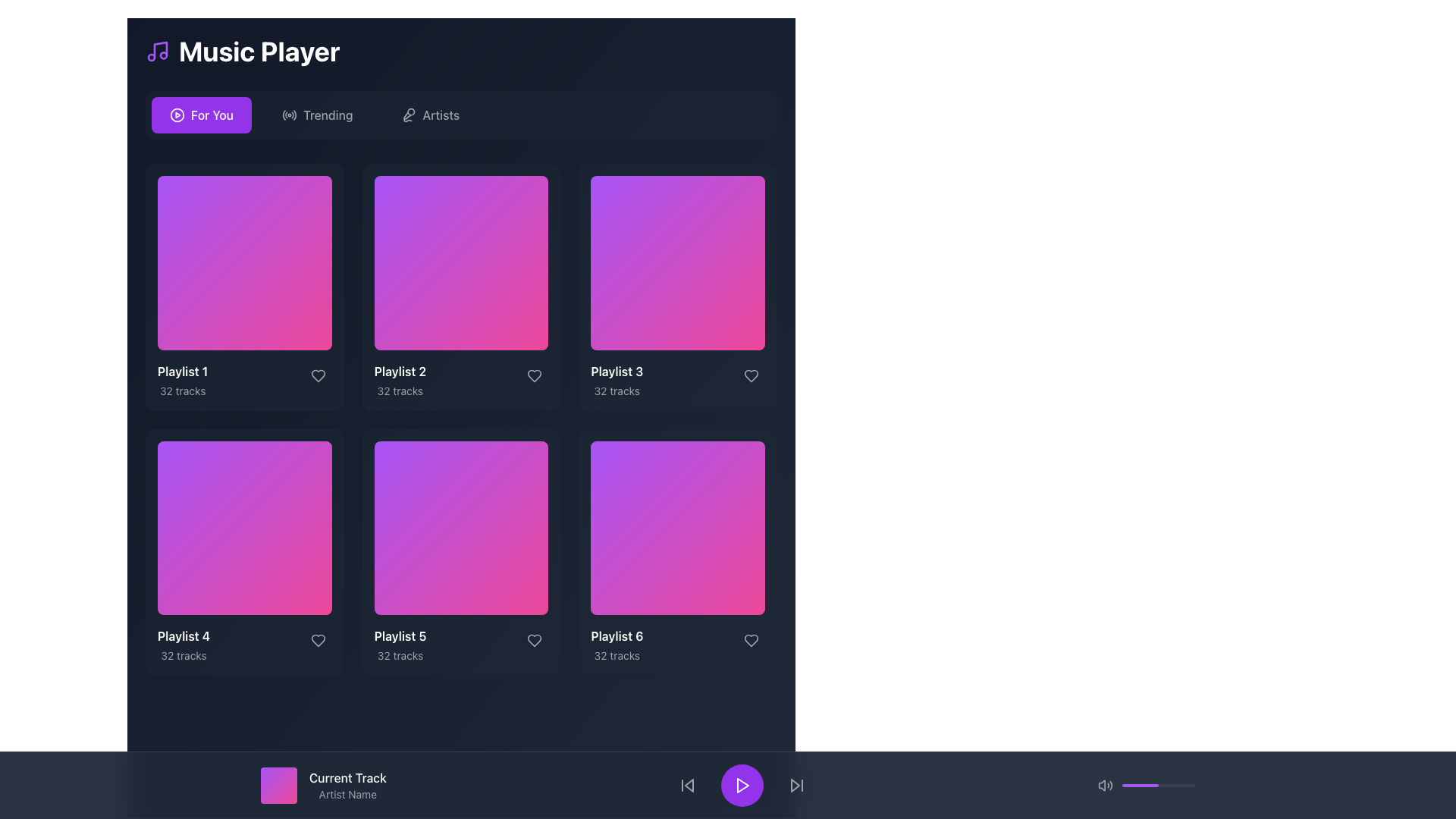 The height and width of the screenshot is (819, 1456). I want to click on the slider value, so click(1175, 785).